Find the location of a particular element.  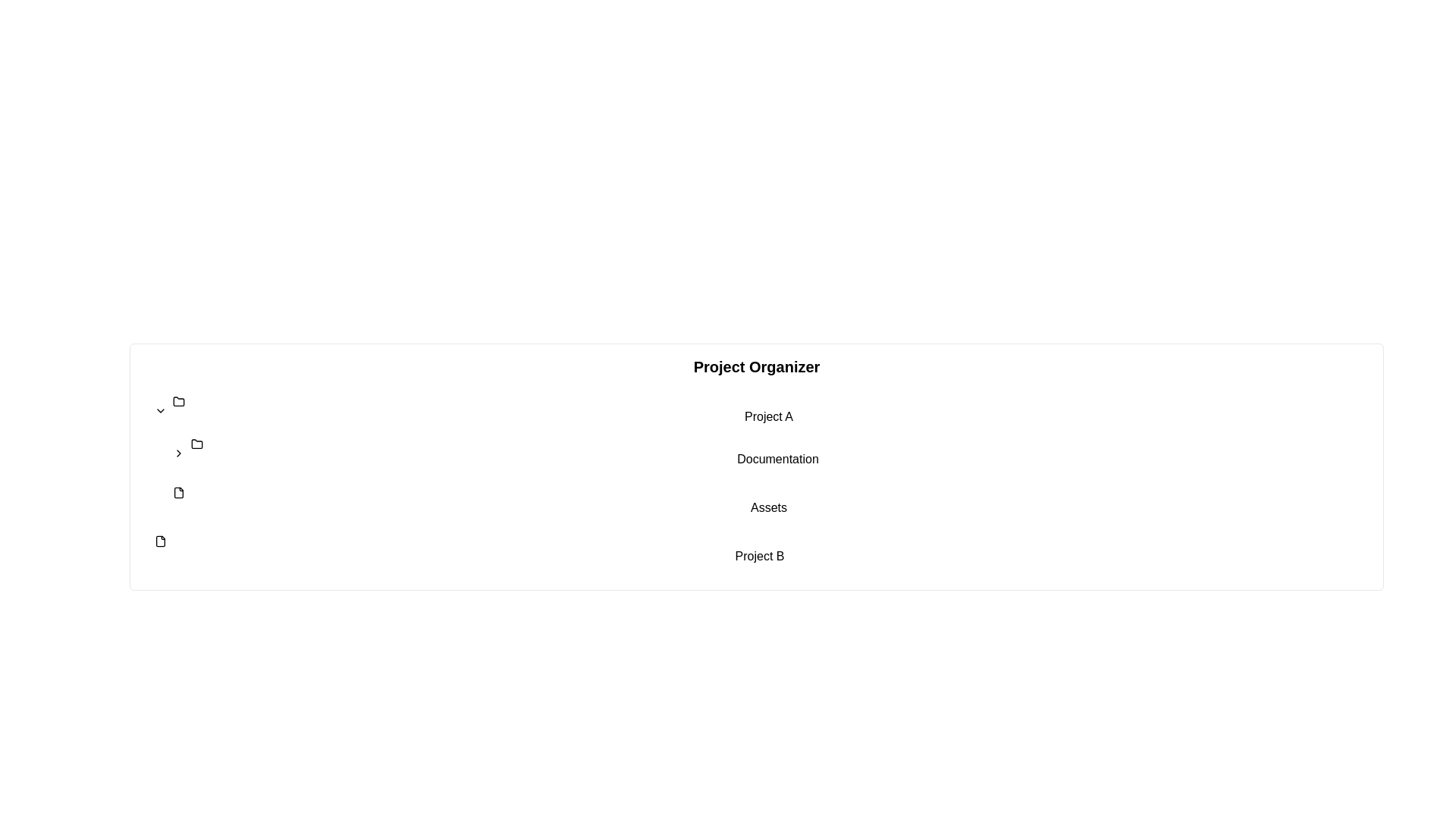

the document file icon located at the leftmost side of the row labeled 'Project B' in the Project Organizer is located at coordinates (160, 540).